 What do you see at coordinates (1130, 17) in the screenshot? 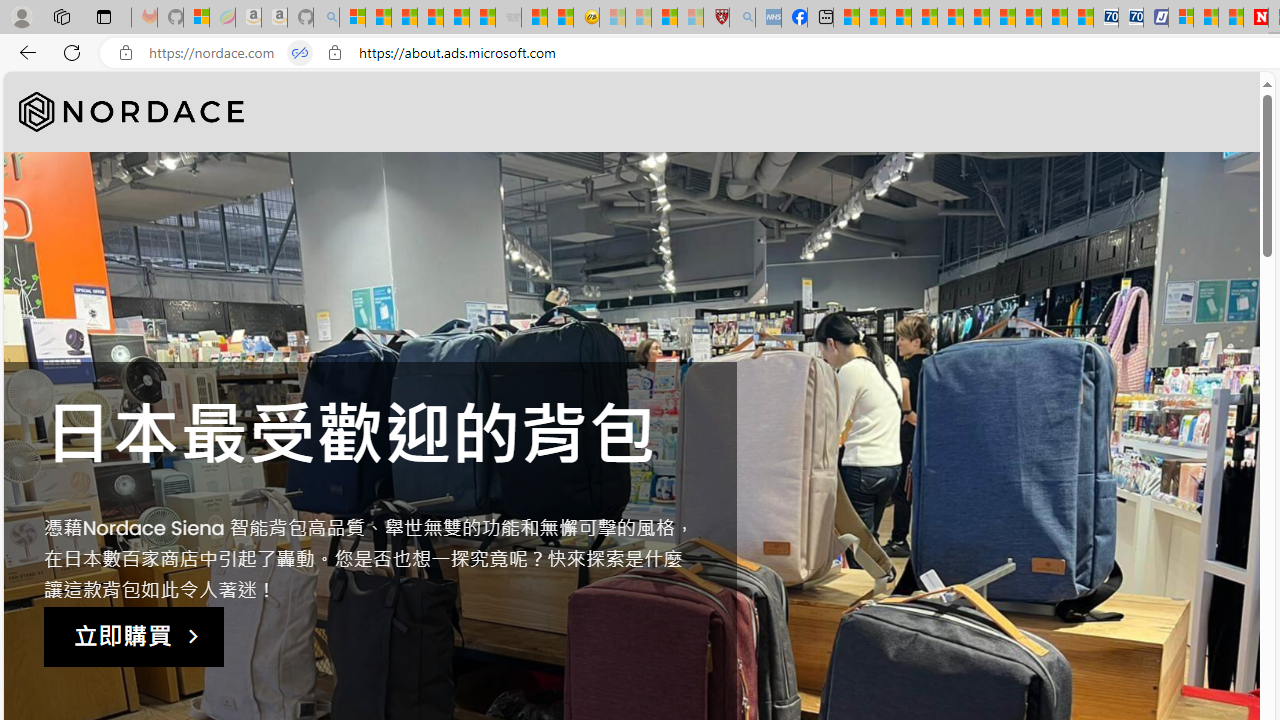
I see `'Cheap Hotels - Save70.com'` at bounding box center [1130, 17].